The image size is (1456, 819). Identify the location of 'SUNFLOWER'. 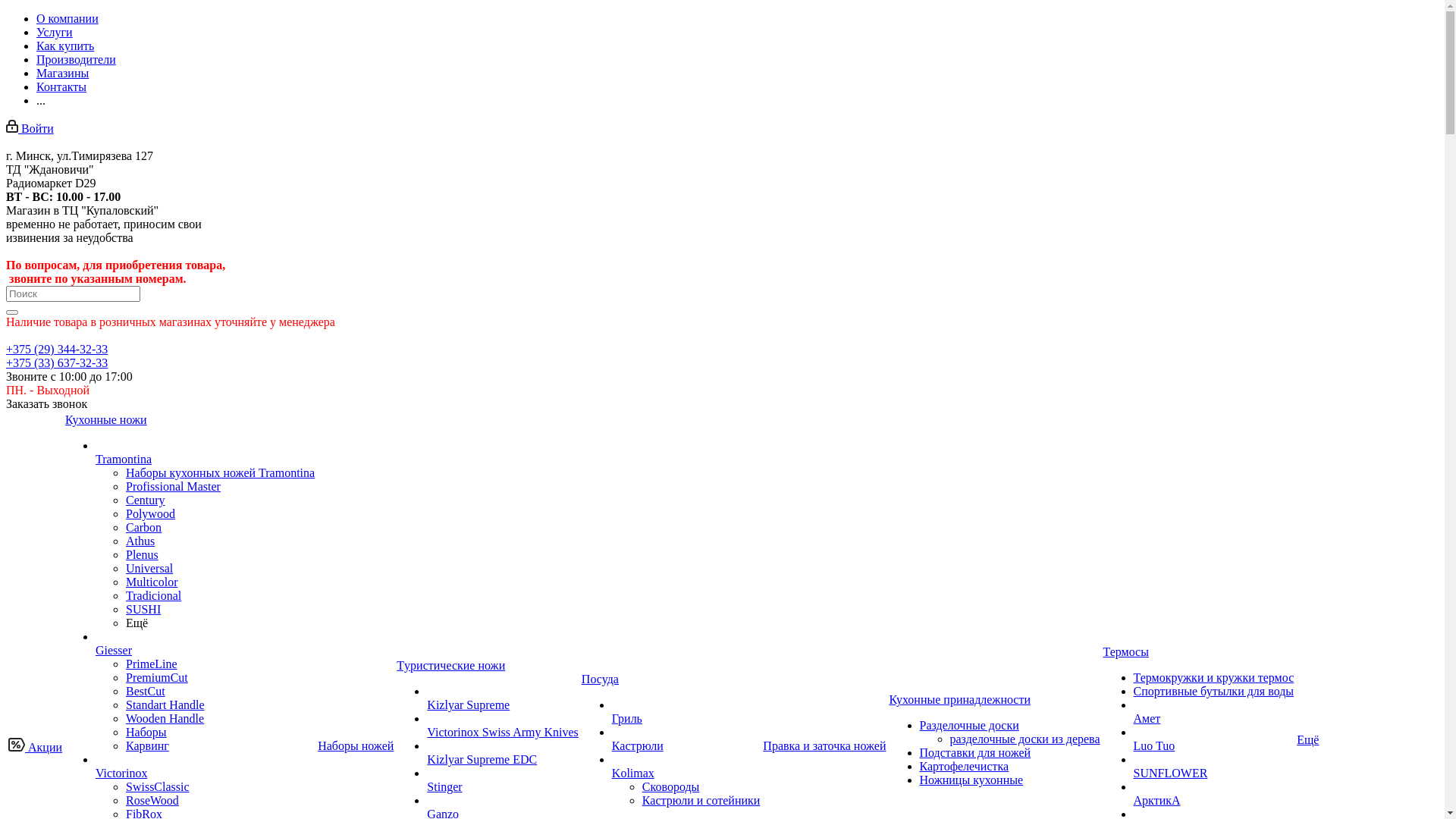
(1170, 773).